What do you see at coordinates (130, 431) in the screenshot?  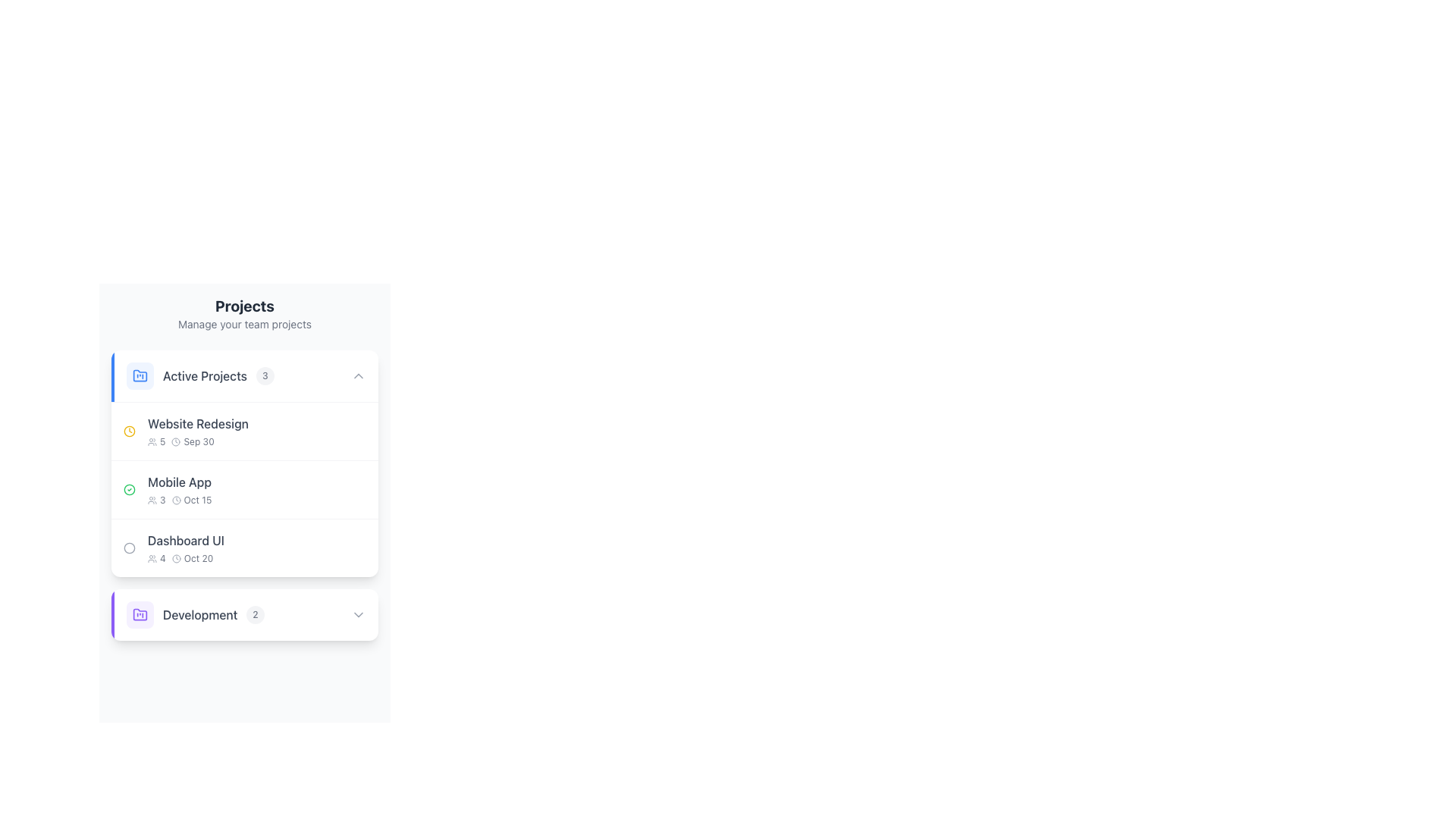 I see `the small yellow clock icon located to the left of the date text 'Sep 30' within the active project item labeled 'Website Redesign'` at bounding box center [130, 431].